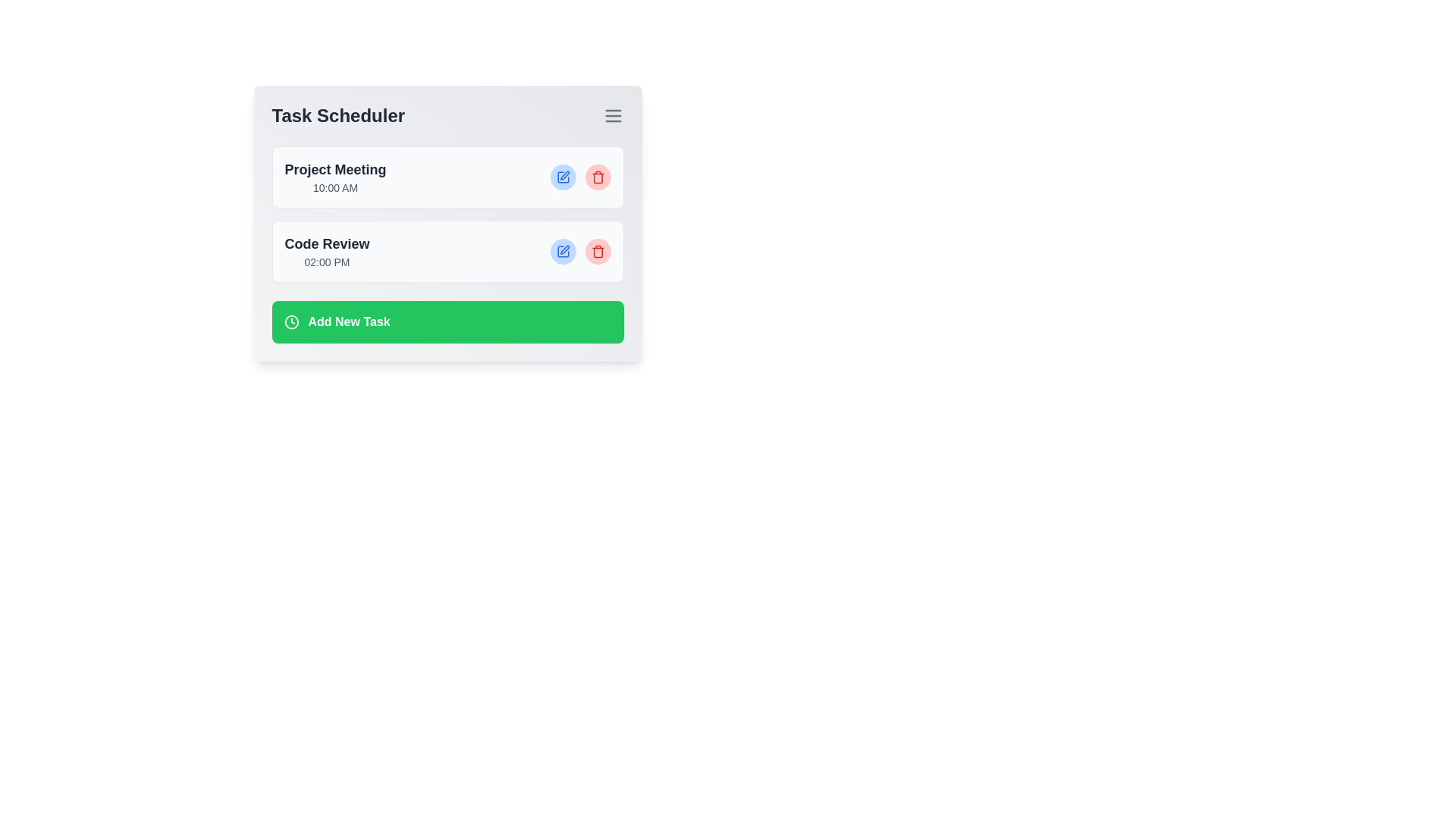 Image resolution: width=1456 pixels, height=819 pixels. What do you see at coordinates (597, 252) in the screenshot?
I see `the trash can icon, which is part of the icon representing the delete action for the associated task next to 'Code Review'` at bounding box center [597, 252].